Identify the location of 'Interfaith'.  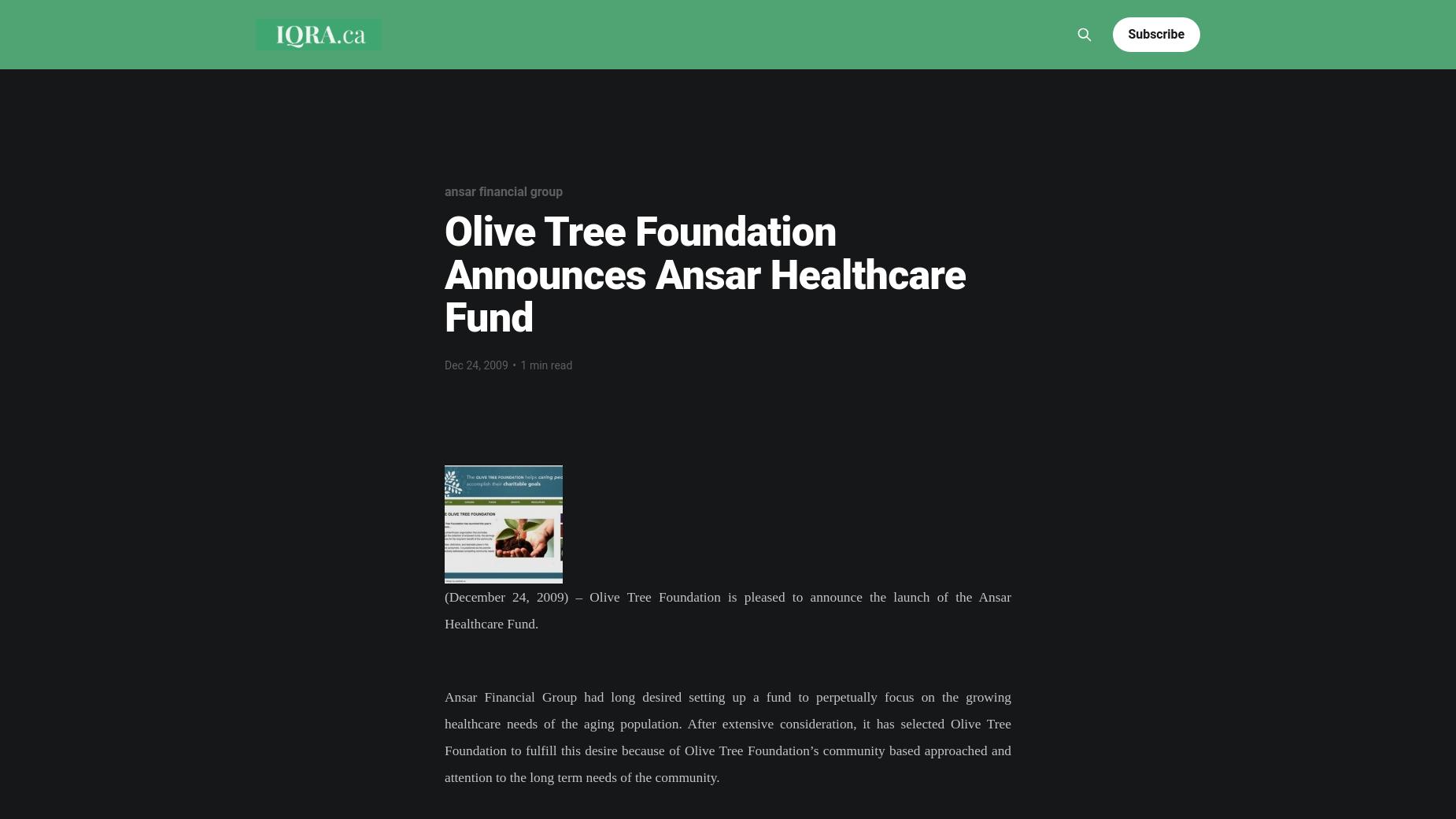
(787, 10).